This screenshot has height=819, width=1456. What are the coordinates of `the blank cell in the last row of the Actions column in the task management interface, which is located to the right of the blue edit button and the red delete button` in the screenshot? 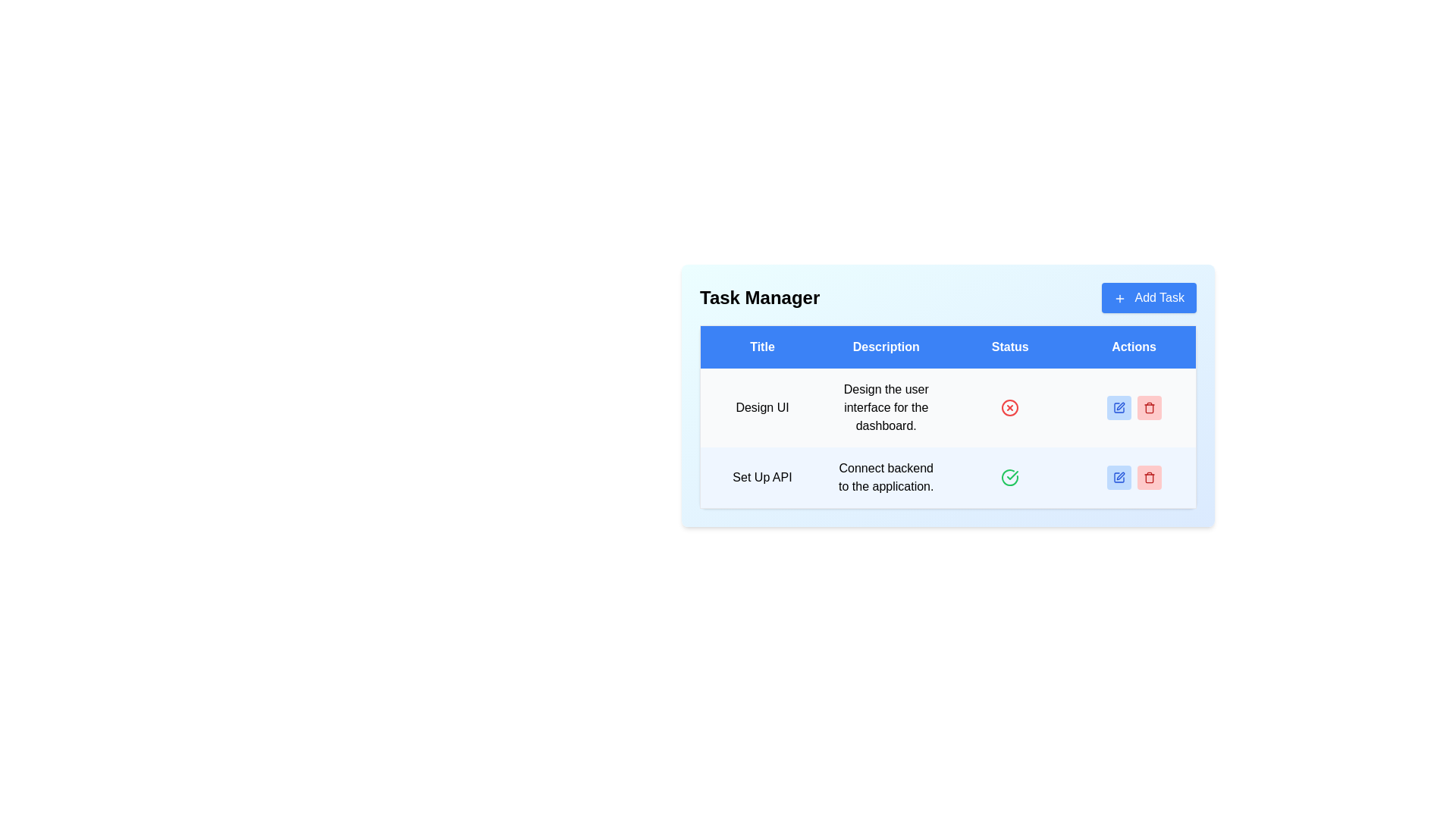 It's located at (1134, 478).